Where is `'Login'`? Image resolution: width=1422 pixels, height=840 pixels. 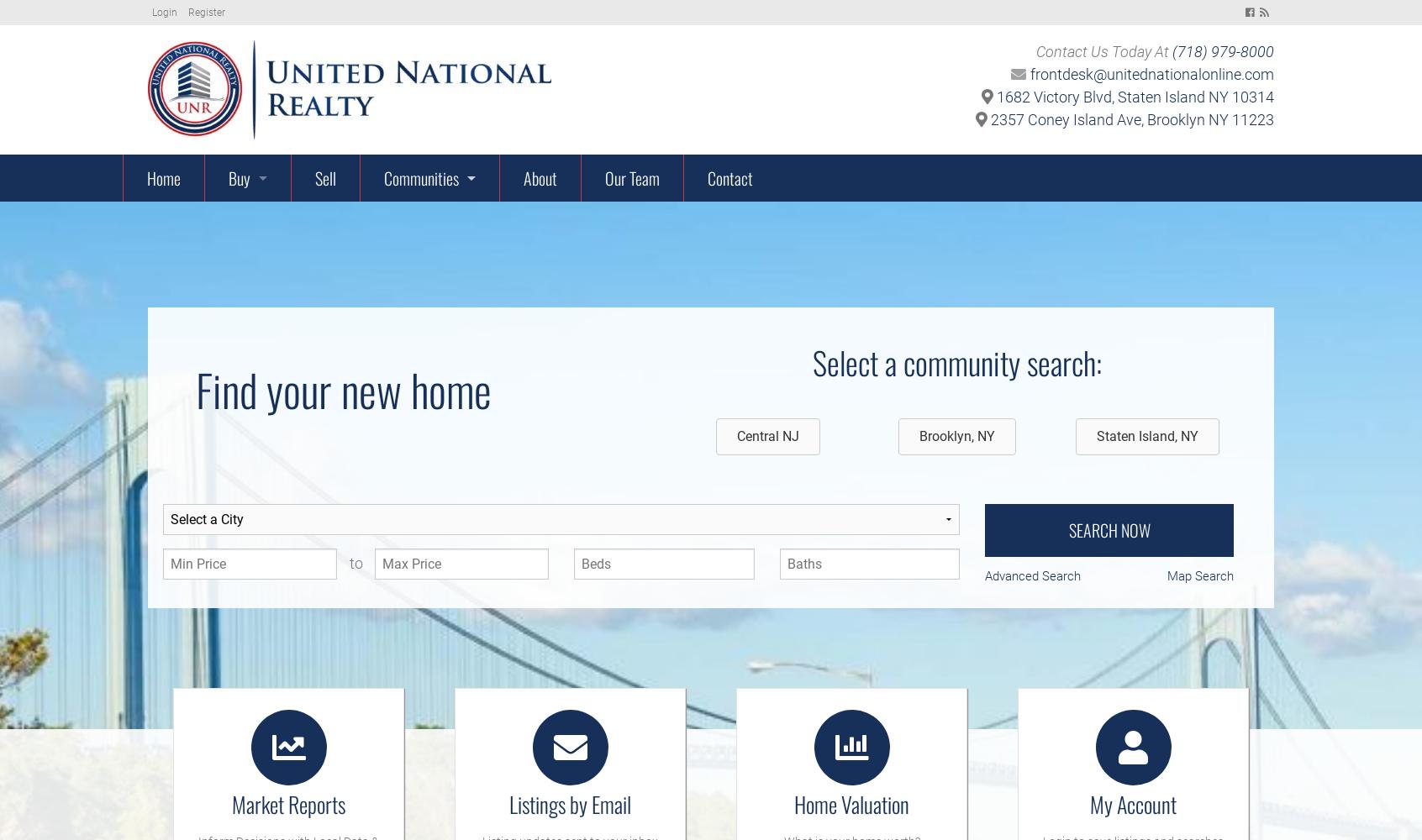
'Login' is located at coordinates (163, 13).